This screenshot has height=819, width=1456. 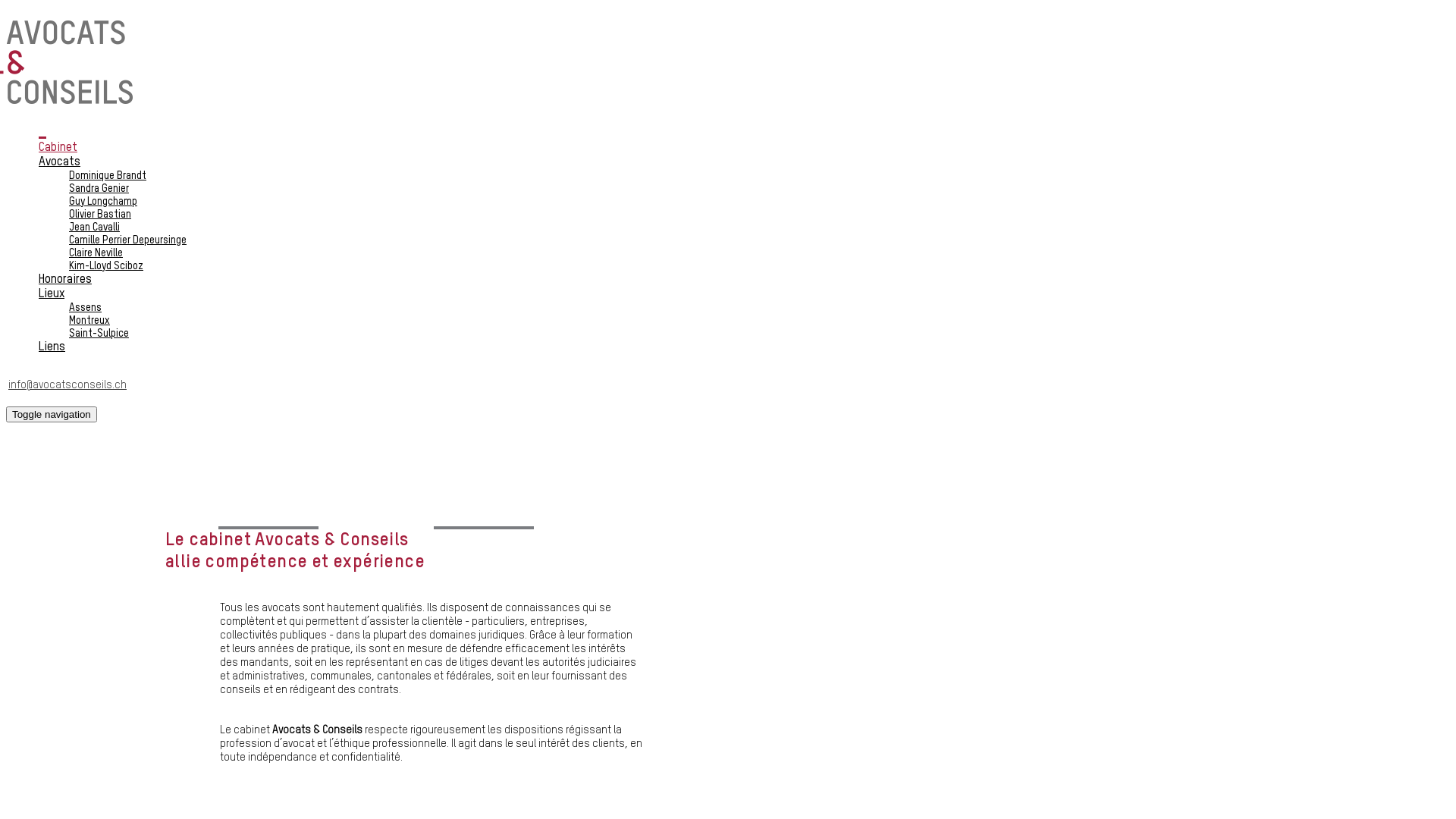 What do you see at coordinates (6, 6) in the screenshot?
I see `'Aller au contenu principal'` at bounding box center [6, 6].